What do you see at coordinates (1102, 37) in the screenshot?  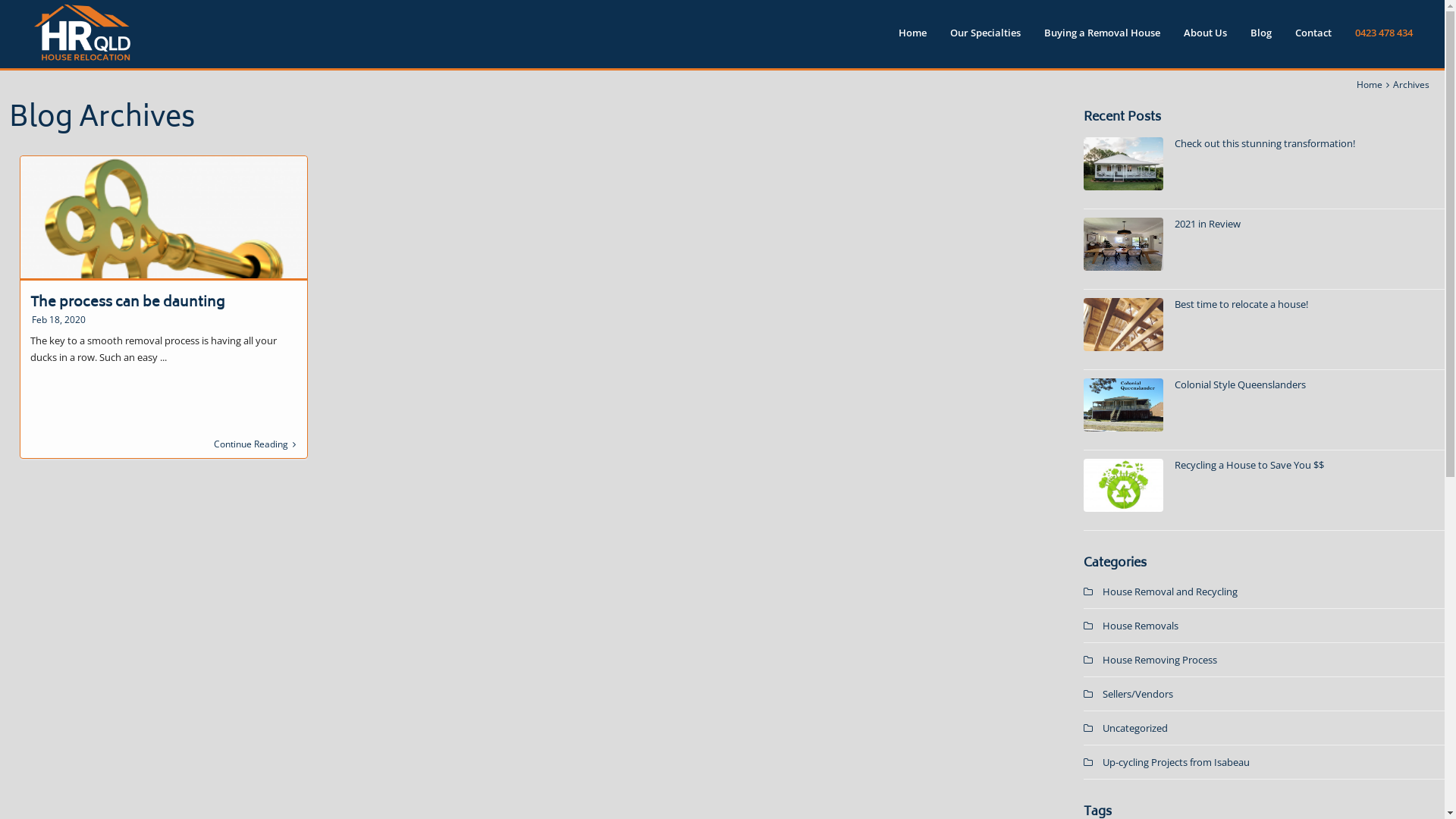 I see `'Buying a Removal House'` at bounding box center [1102, 37].